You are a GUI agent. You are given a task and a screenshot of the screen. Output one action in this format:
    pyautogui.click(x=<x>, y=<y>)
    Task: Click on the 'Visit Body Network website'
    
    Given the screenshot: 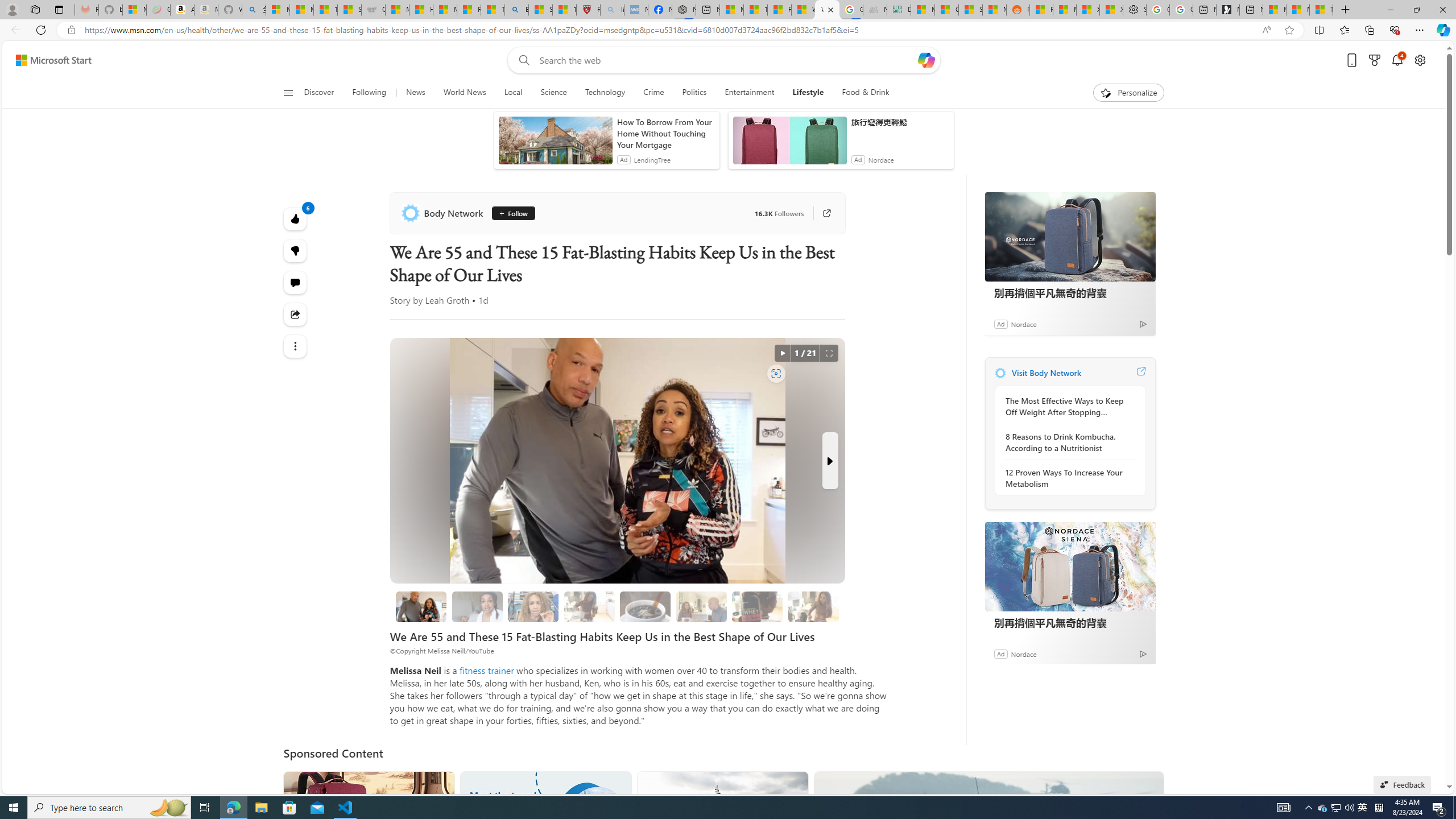 What is the action you would take?
    pyautogui.click(x=1140, y=372)
    